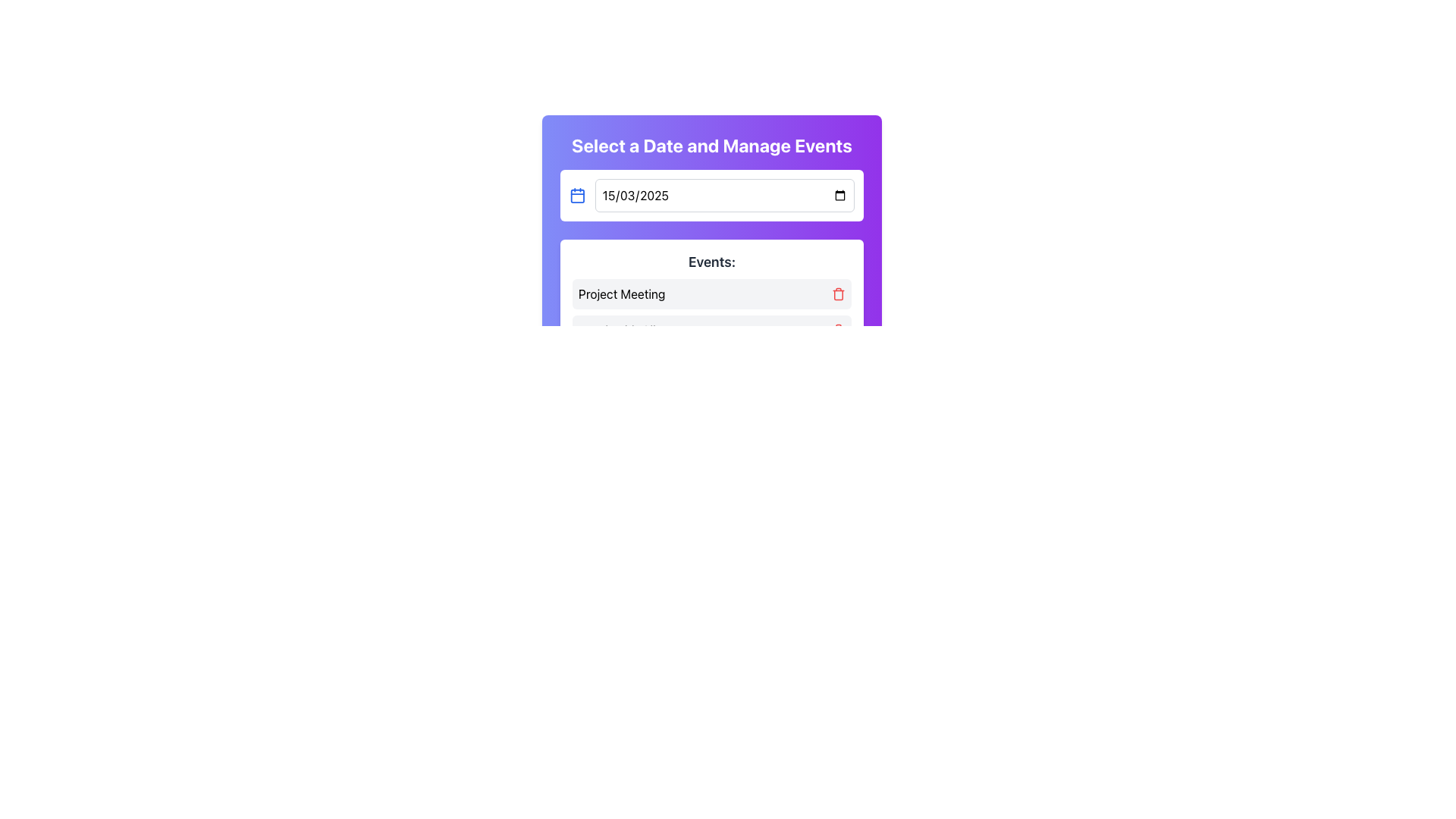 The width and height of the screenshot is (1456, 819). Describe the element at coordinates (711, 329) in the screenshot. I see `the list item displaying 'Lunch with Client'` at that location.